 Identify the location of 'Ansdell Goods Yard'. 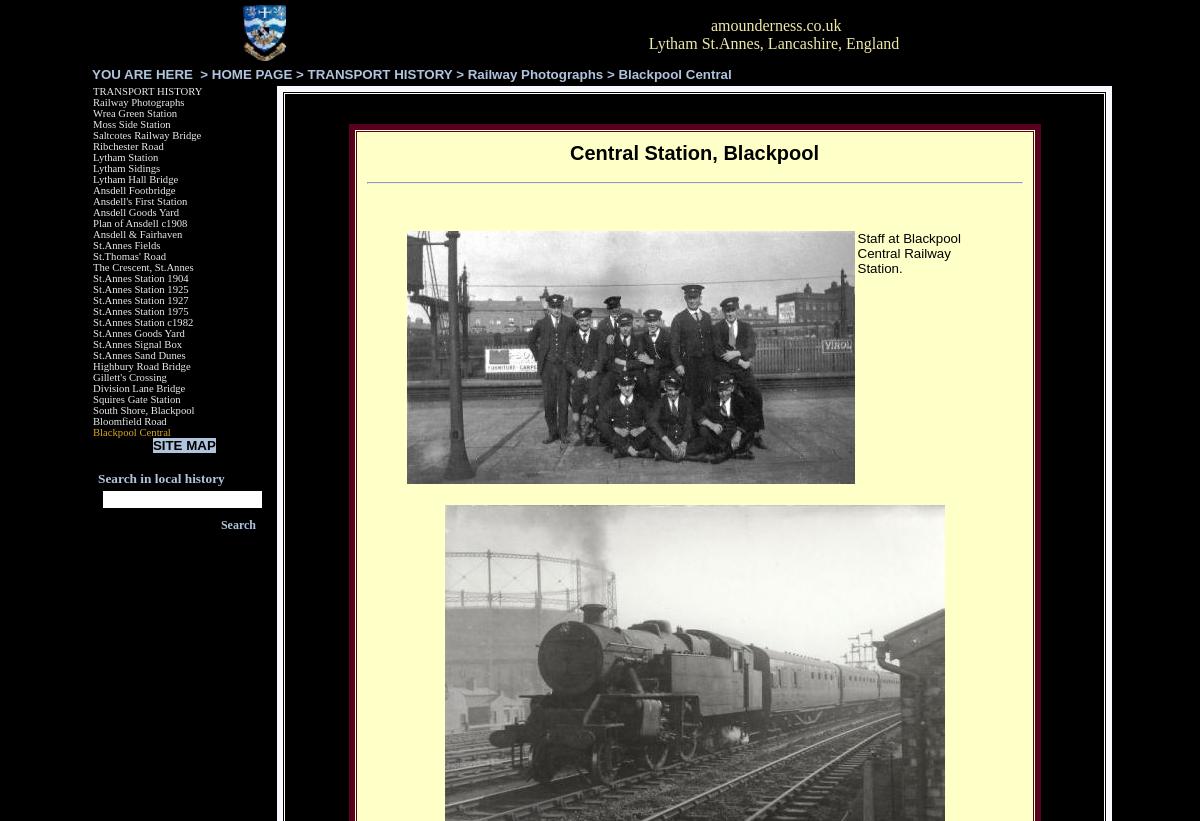
(135, 211).